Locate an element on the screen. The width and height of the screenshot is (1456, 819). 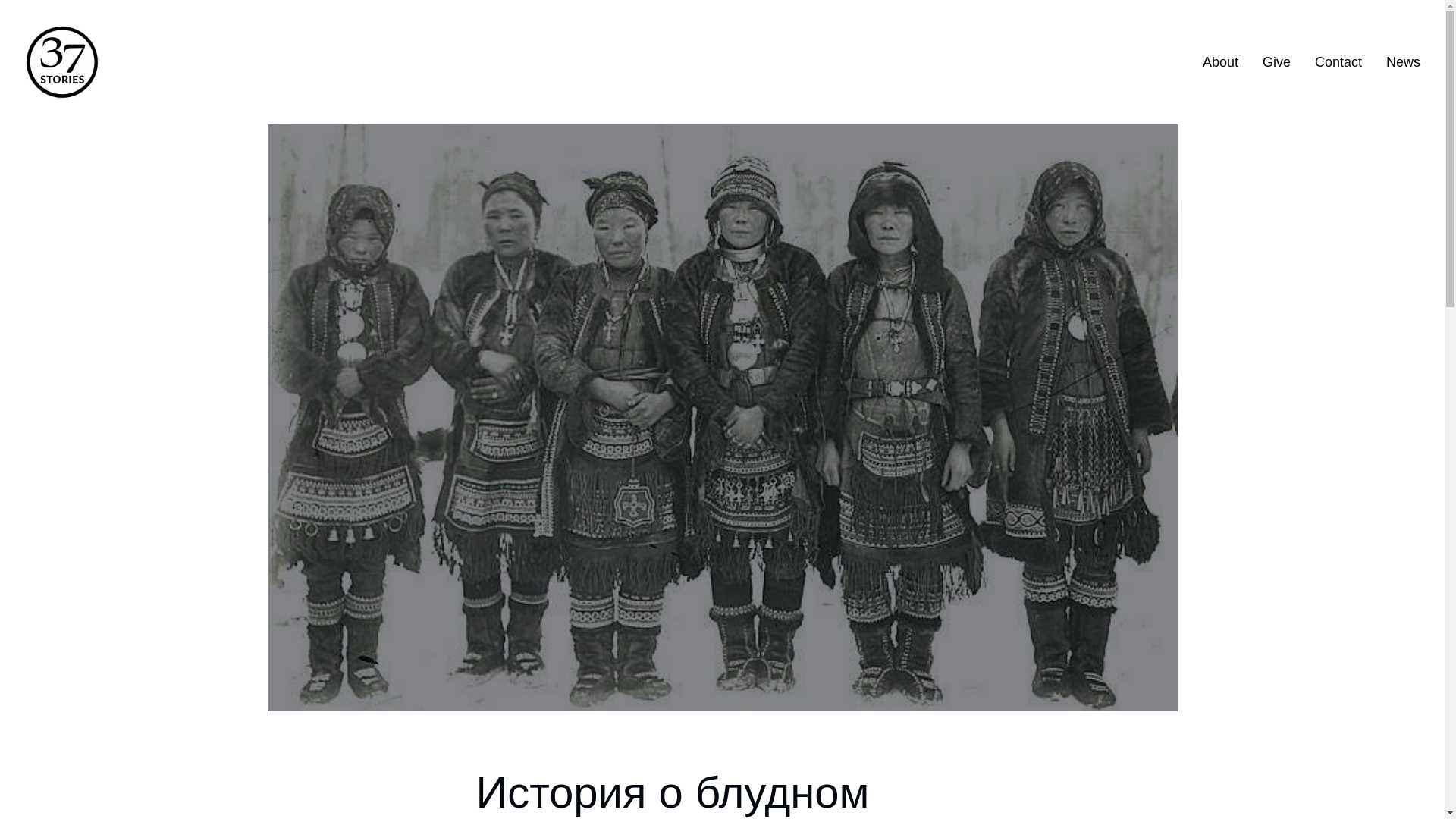
'Give' is located at coordinates (1276, 61).